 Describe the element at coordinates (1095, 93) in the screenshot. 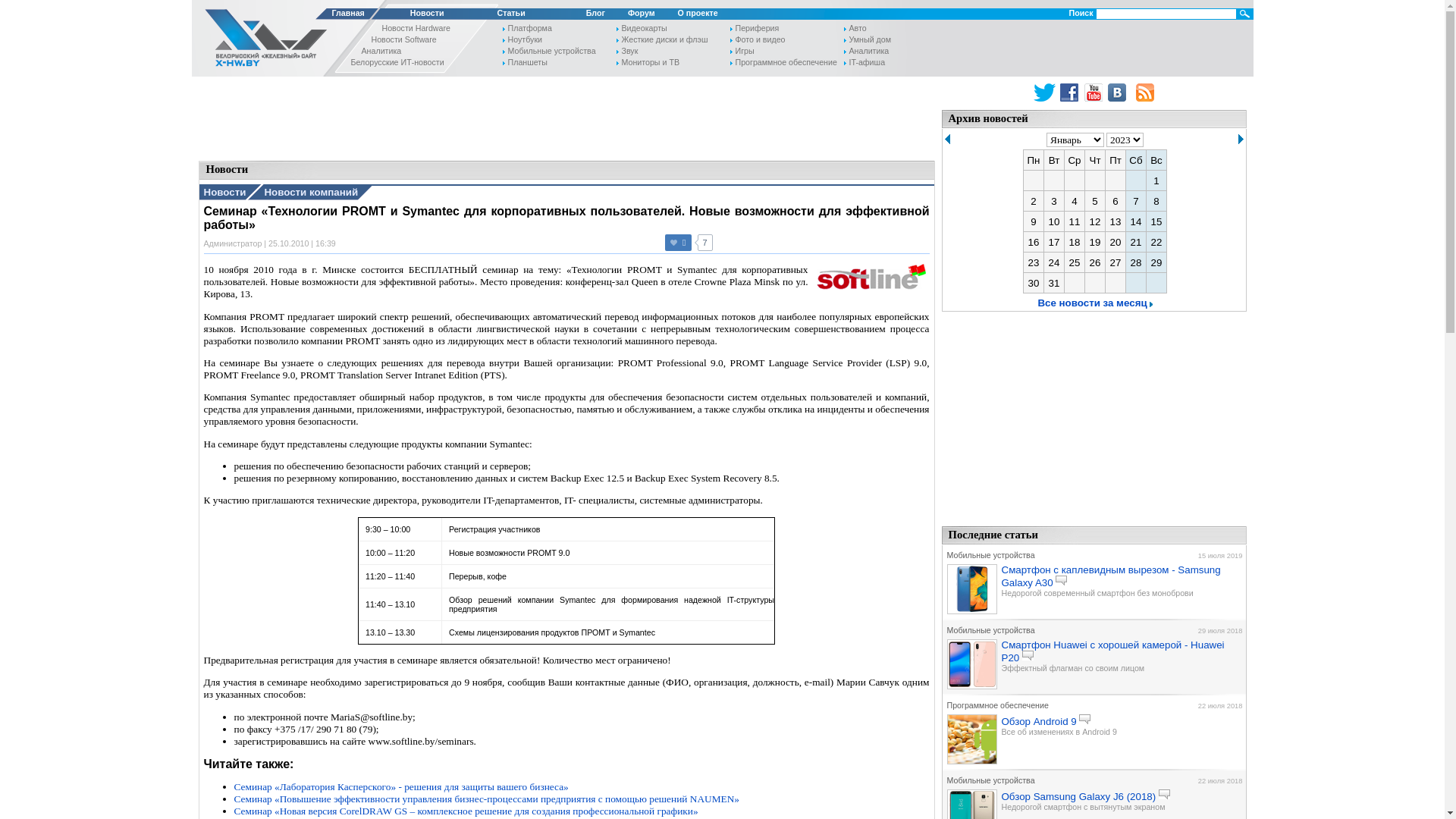

I see `'X-HW.BY Youtube'` at that location.